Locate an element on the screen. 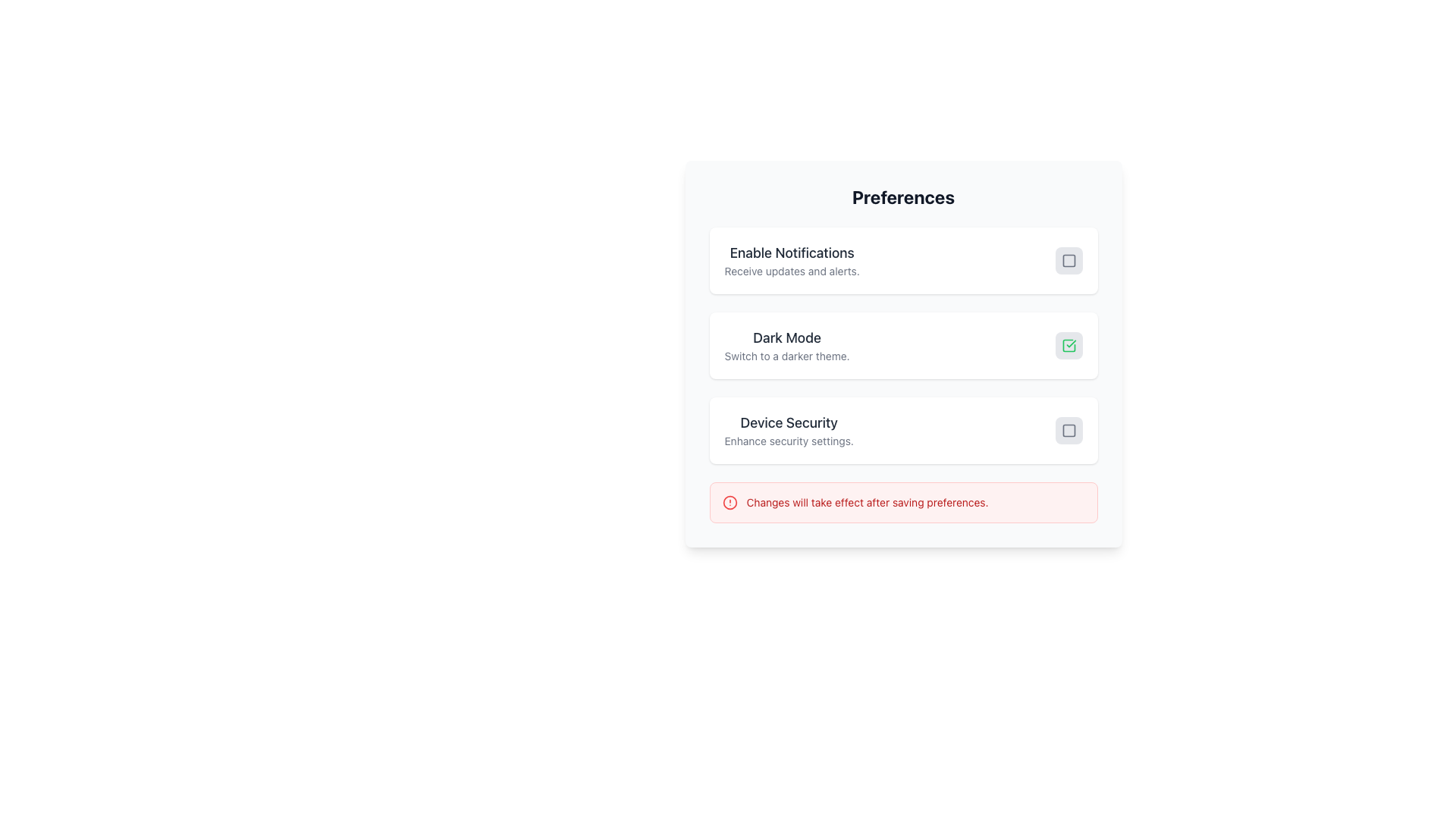 The height and width of the screenshot is (819, 1456). text element titled 'Enable Notifications' which includes the subtitle 'Receive updates and alerts.' located in the topmost card of the preferences menu is located at coordinates (791, 259).